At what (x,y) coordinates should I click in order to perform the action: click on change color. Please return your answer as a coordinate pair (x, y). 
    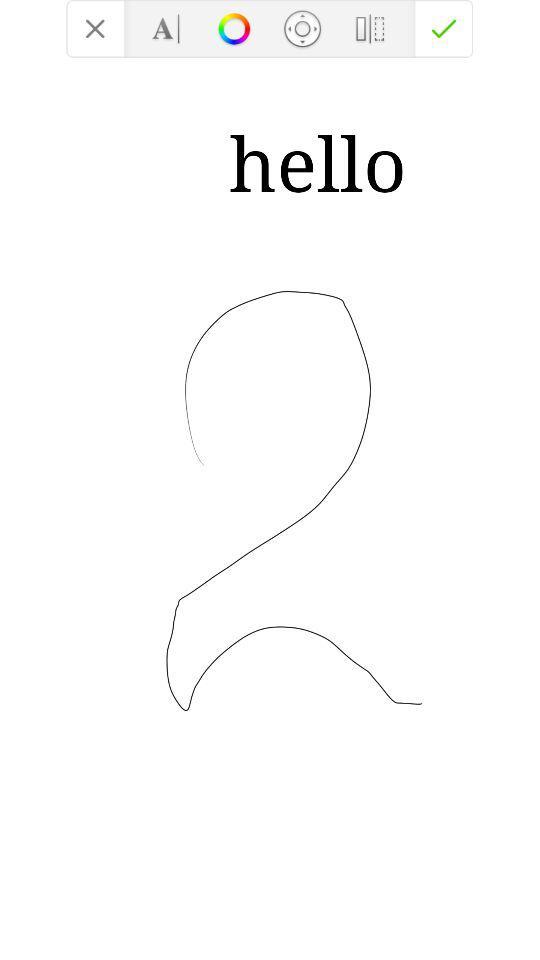
    Looking at the image, I should click on (233, 27).